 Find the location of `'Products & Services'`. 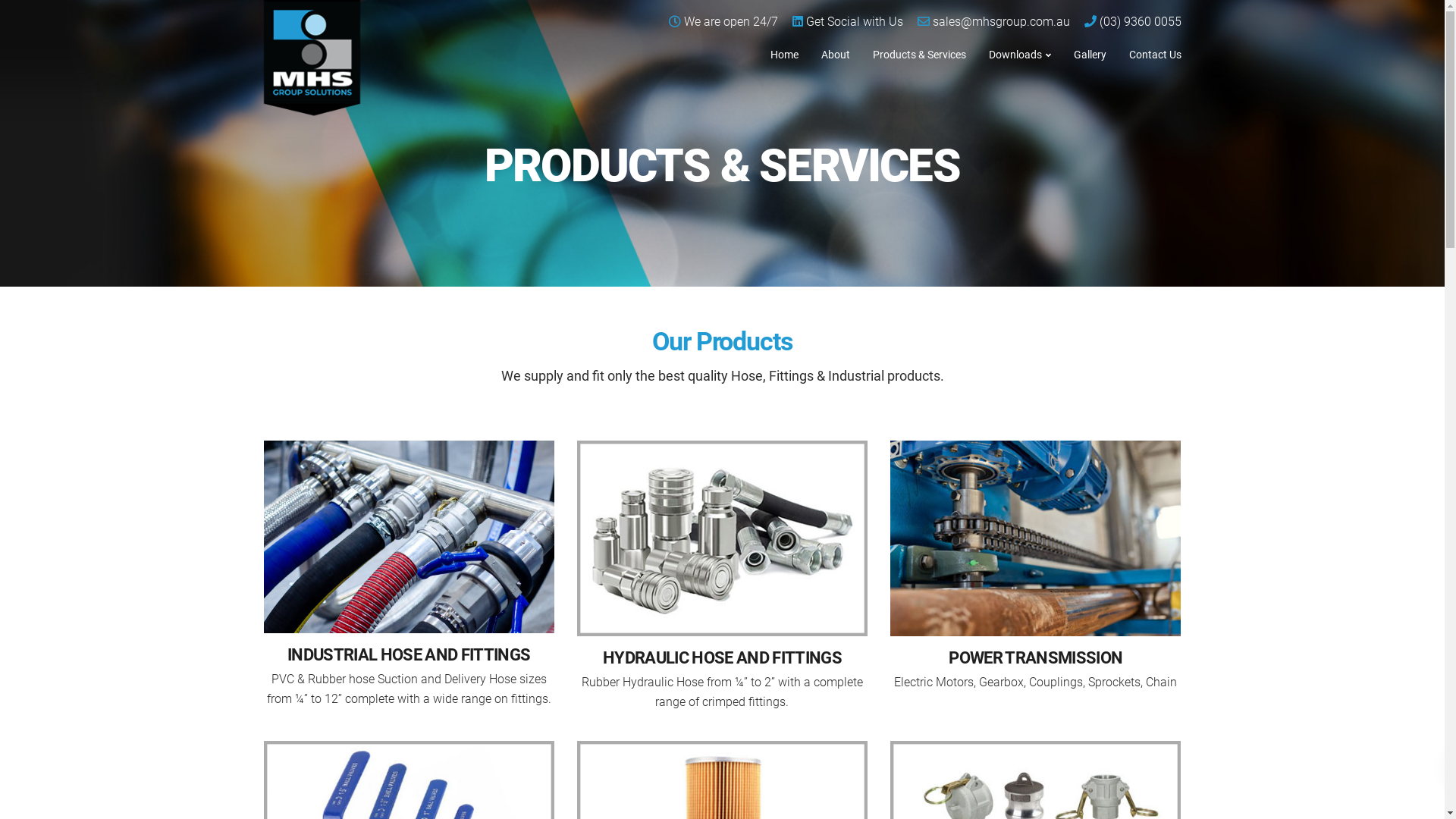

'Products & Services' is located at coordinates (918, 52).